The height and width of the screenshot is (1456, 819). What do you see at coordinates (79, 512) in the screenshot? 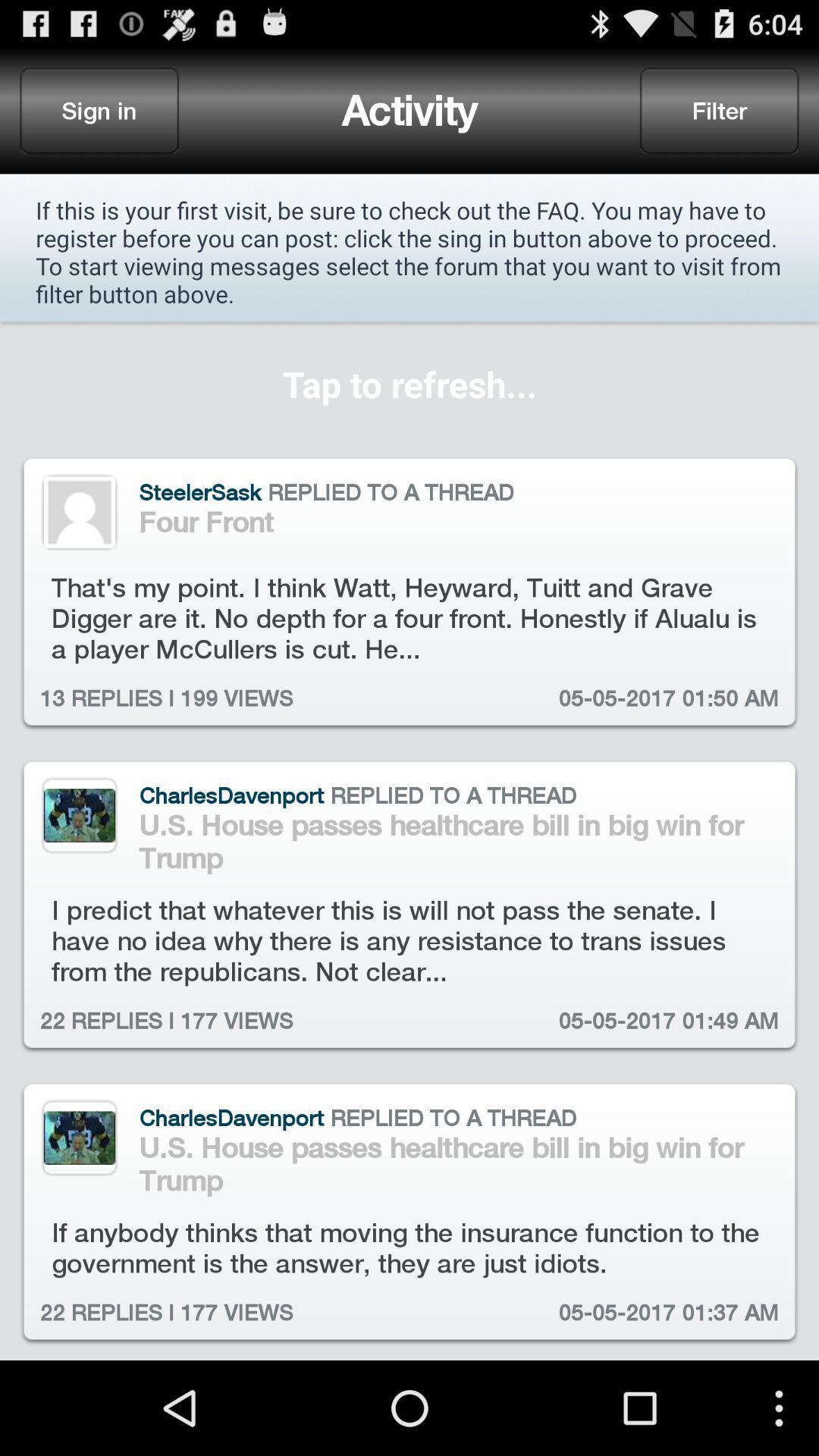
I see `contact` at bounding box center [79, 512].